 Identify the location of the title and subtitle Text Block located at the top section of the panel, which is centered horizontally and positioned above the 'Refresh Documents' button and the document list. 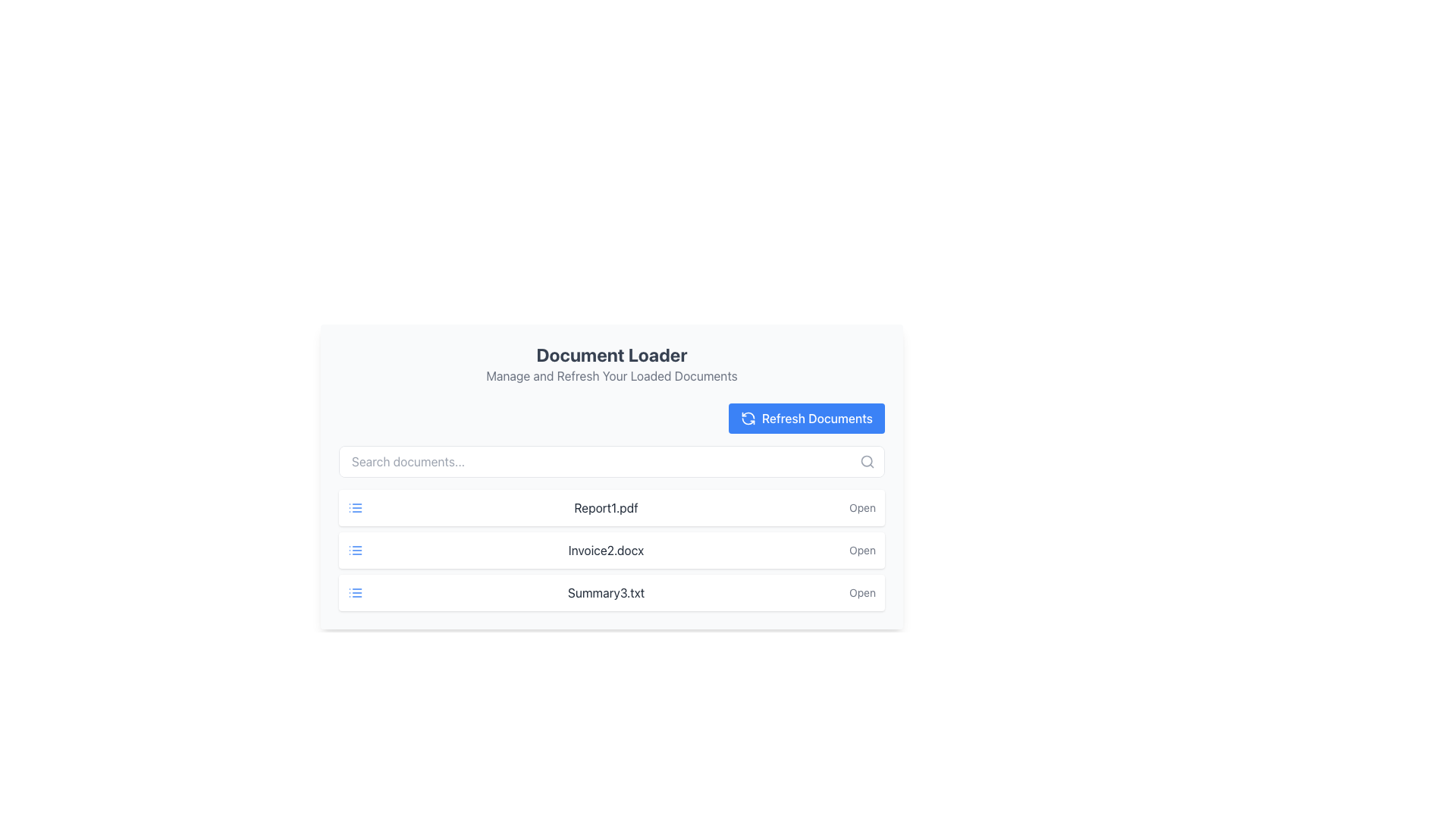
(611, 363).